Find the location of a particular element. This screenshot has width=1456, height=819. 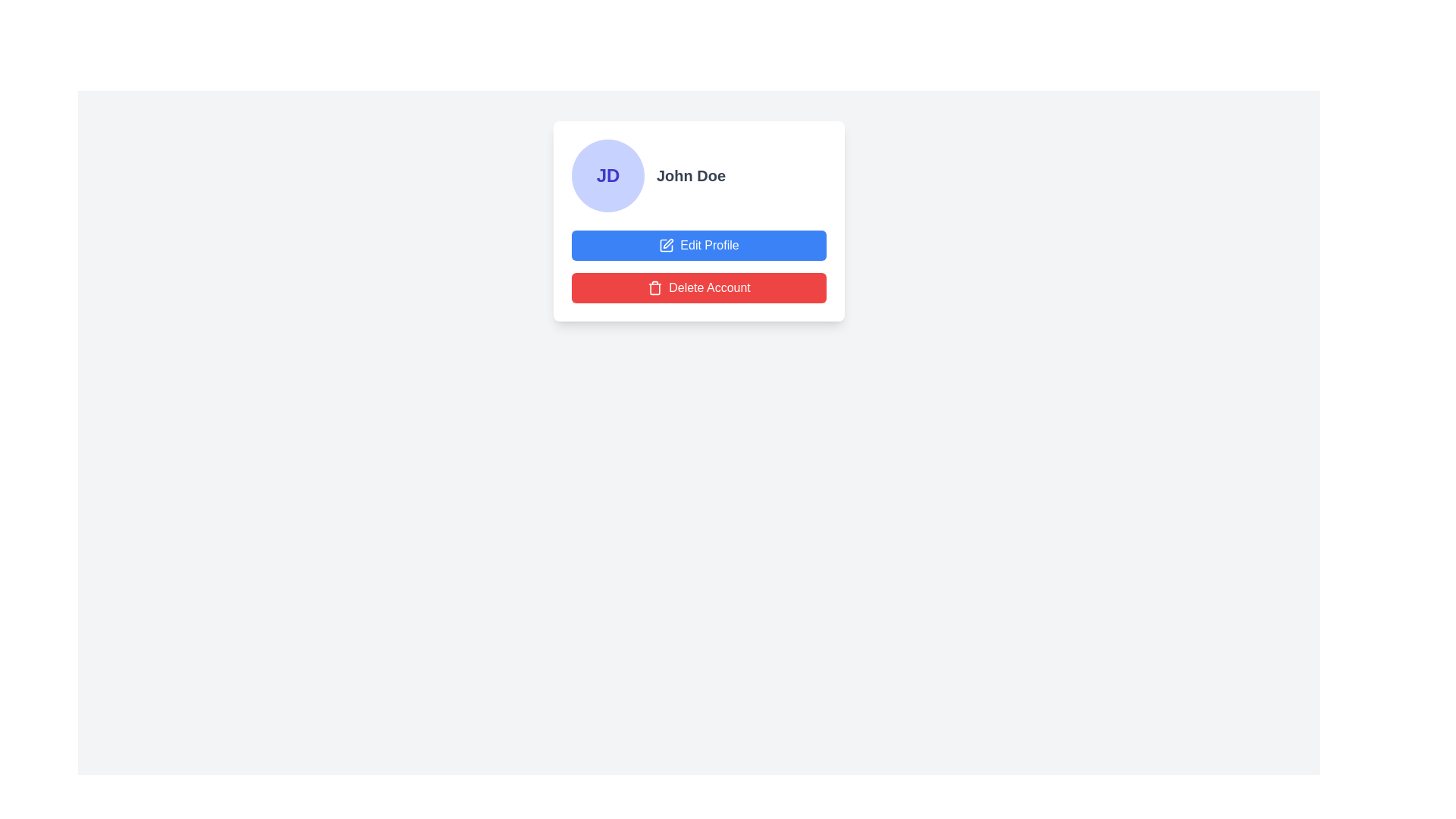

the Profile header component that displays the user's initials in a circular avatar and their name beside it, located at the top of the vertically stacked layout is located at coordinates (698, 174).